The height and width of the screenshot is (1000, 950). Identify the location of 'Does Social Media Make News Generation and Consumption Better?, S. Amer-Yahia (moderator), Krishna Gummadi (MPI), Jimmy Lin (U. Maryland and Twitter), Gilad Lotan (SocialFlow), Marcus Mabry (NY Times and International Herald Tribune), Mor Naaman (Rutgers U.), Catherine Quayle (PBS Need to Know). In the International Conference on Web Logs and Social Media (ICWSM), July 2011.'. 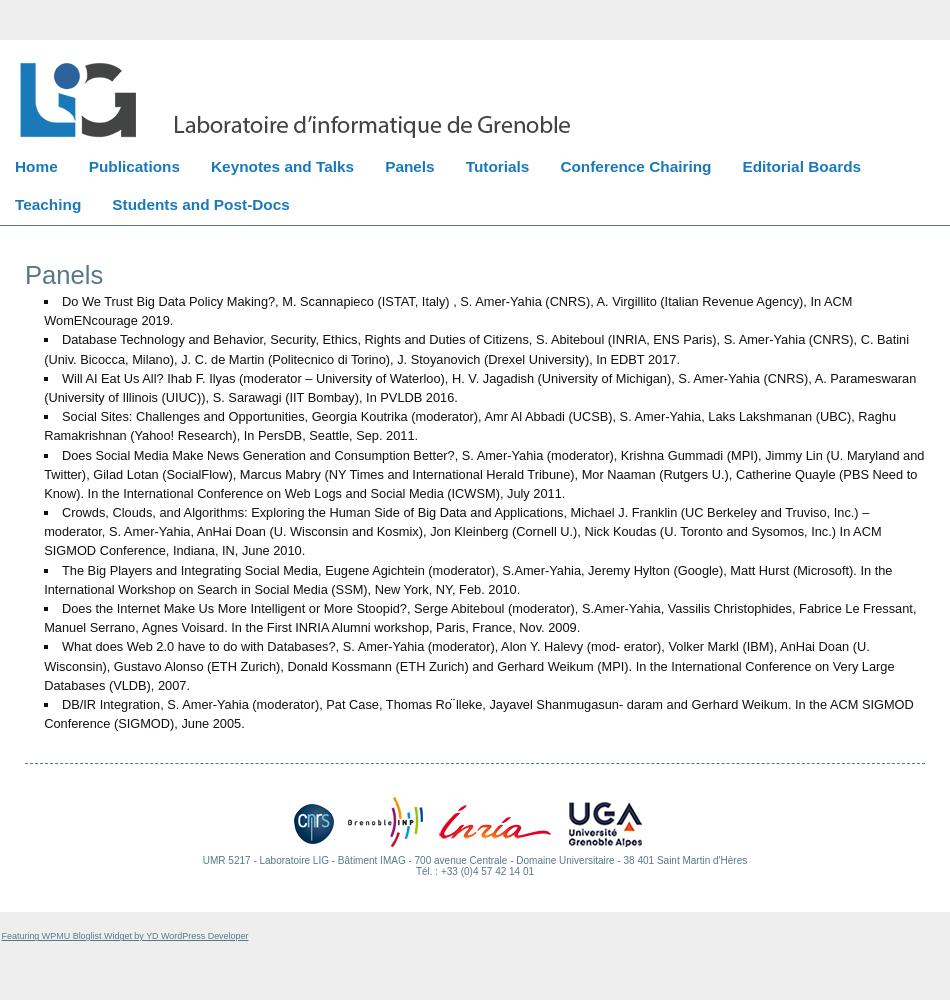
(484, 472).